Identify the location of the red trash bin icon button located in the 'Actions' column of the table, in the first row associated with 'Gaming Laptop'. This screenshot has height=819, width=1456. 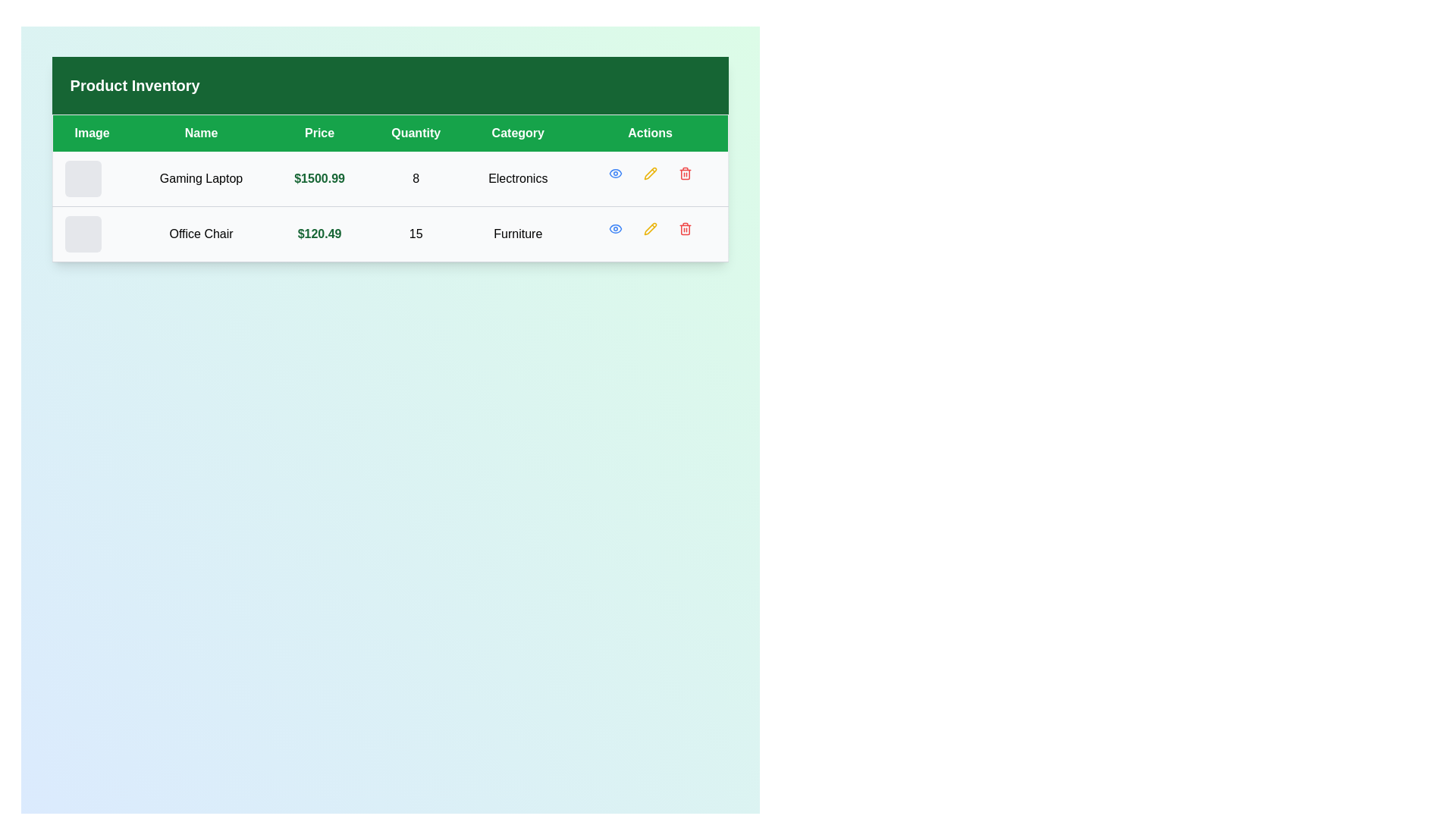
(684, 172).